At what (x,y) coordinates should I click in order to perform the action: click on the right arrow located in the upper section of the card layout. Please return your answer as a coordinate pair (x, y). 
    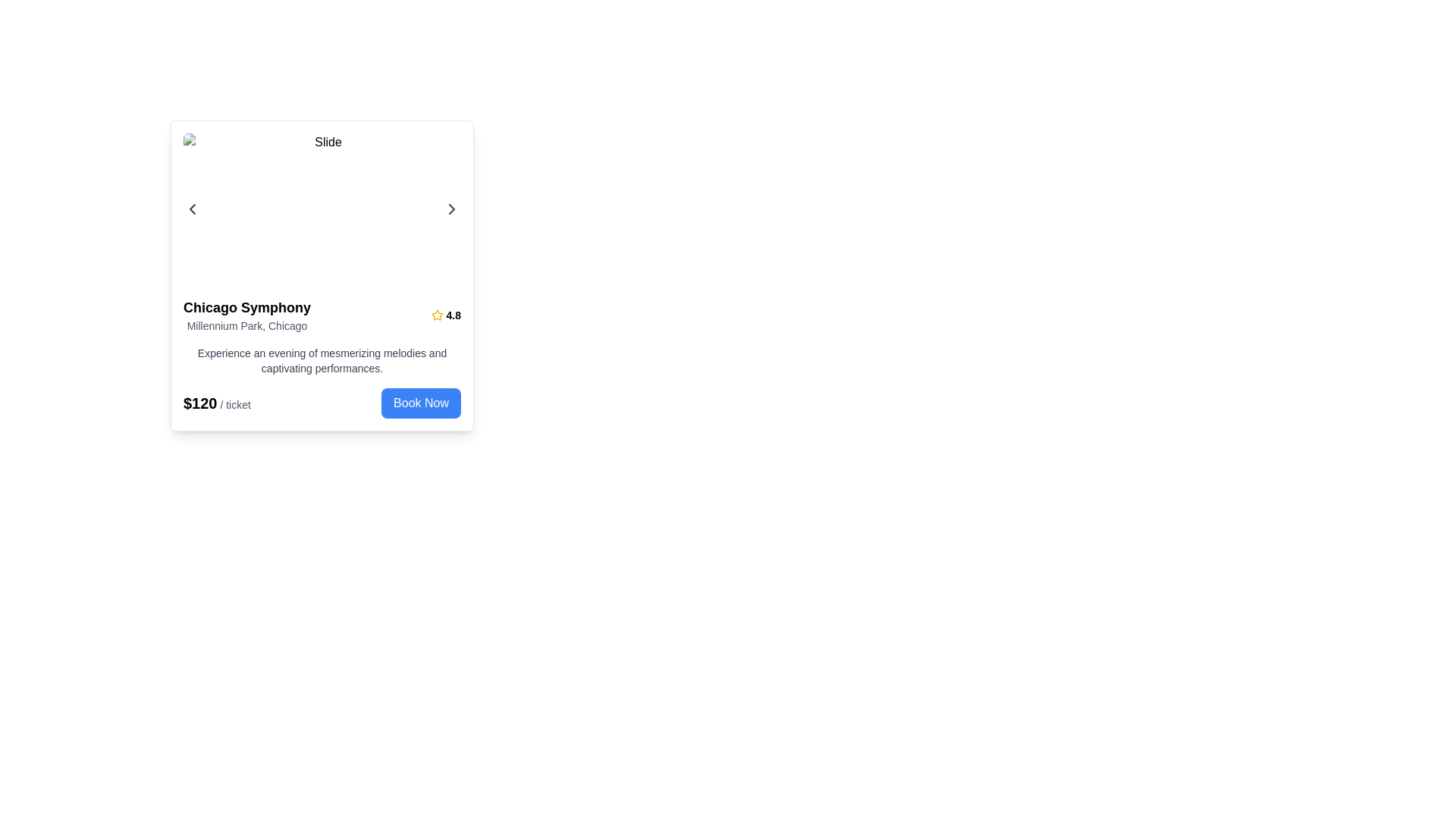
    Looking at the image, I should click on (322, 209).